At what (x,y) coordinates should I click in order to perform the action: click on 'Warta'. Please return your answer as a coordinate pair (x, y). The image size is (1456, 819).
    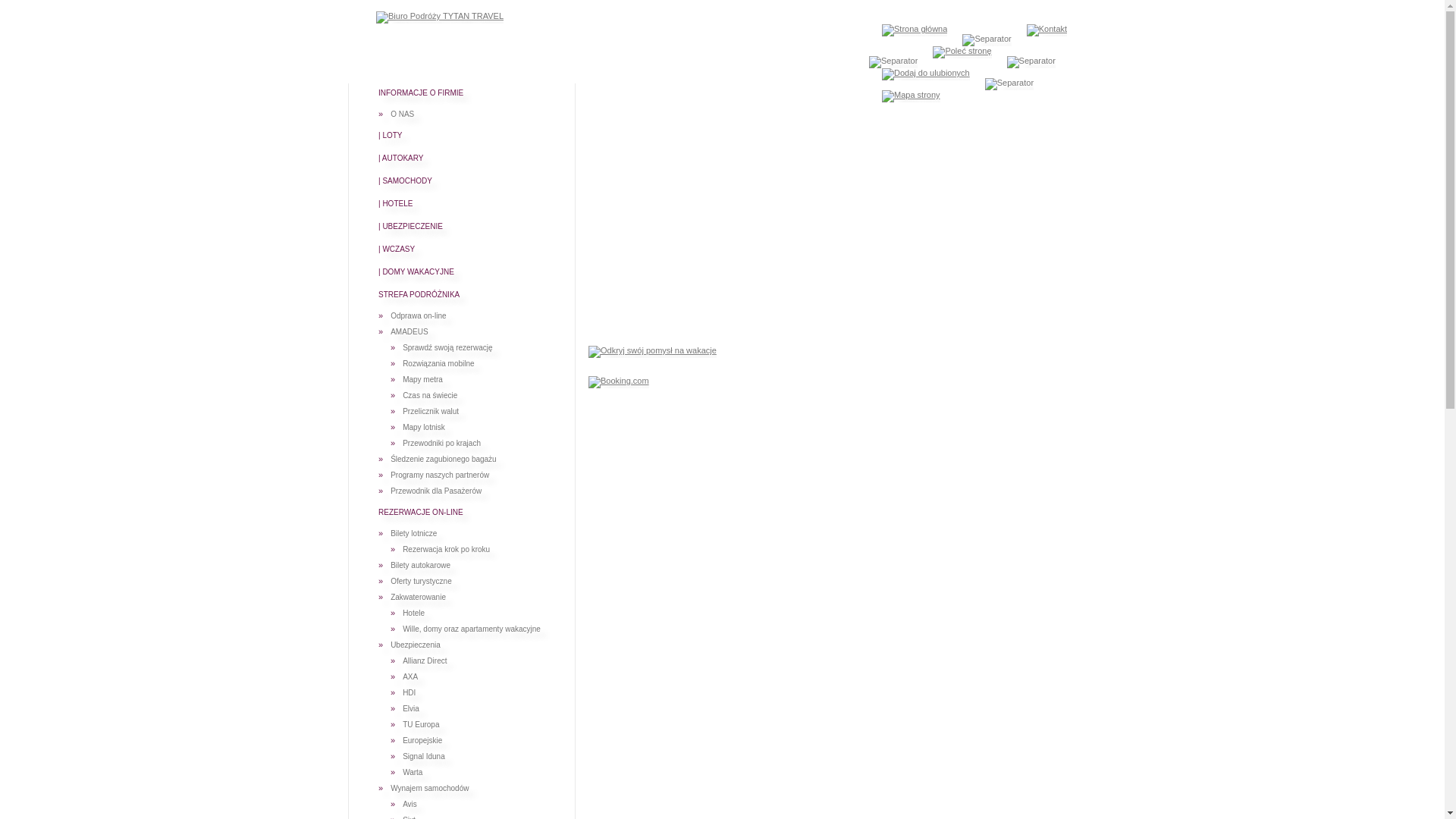
    Looking at the image, I should click on (412, 772).